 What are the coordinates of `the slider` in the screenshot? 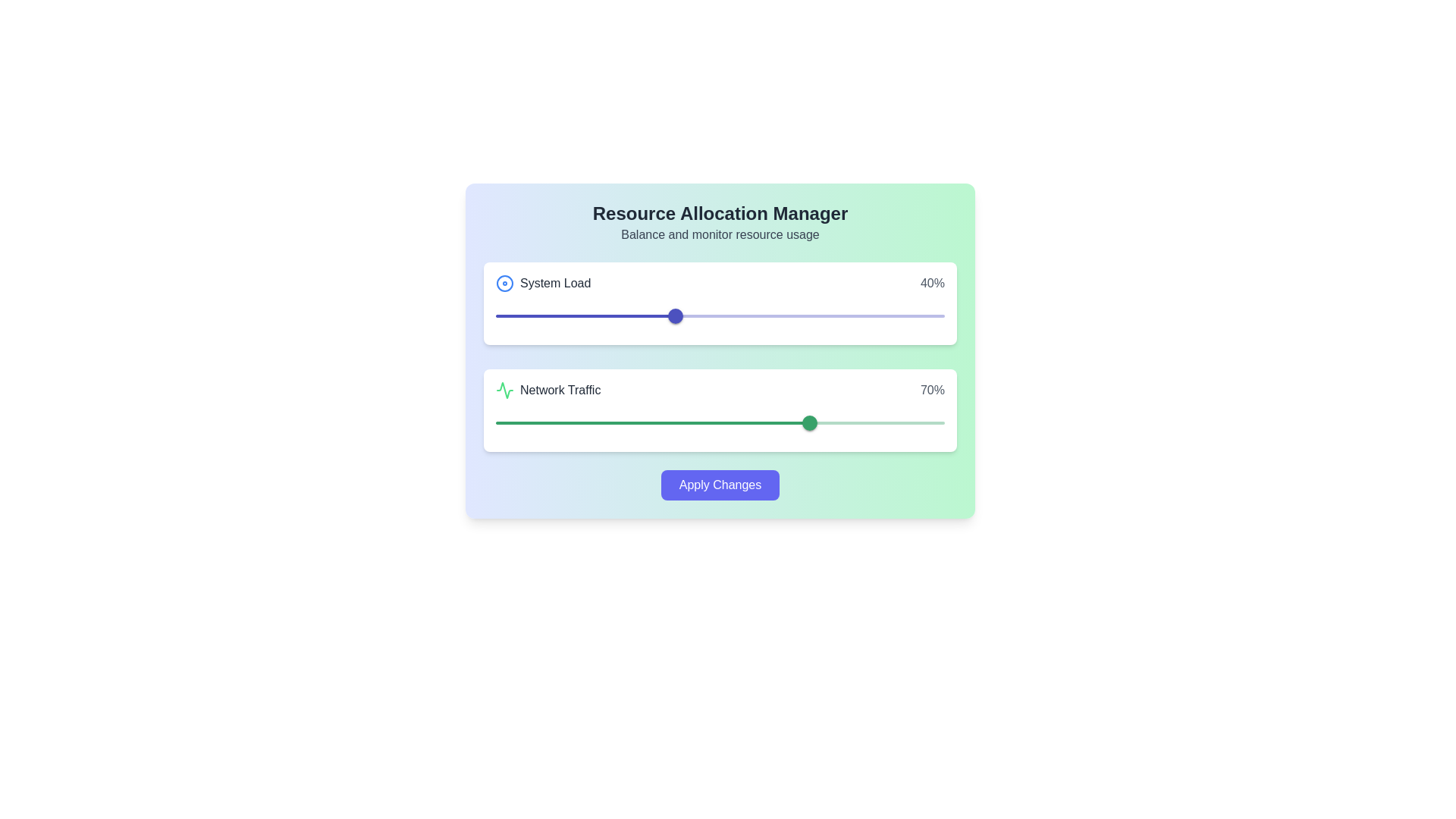 It's located at (795, 423).